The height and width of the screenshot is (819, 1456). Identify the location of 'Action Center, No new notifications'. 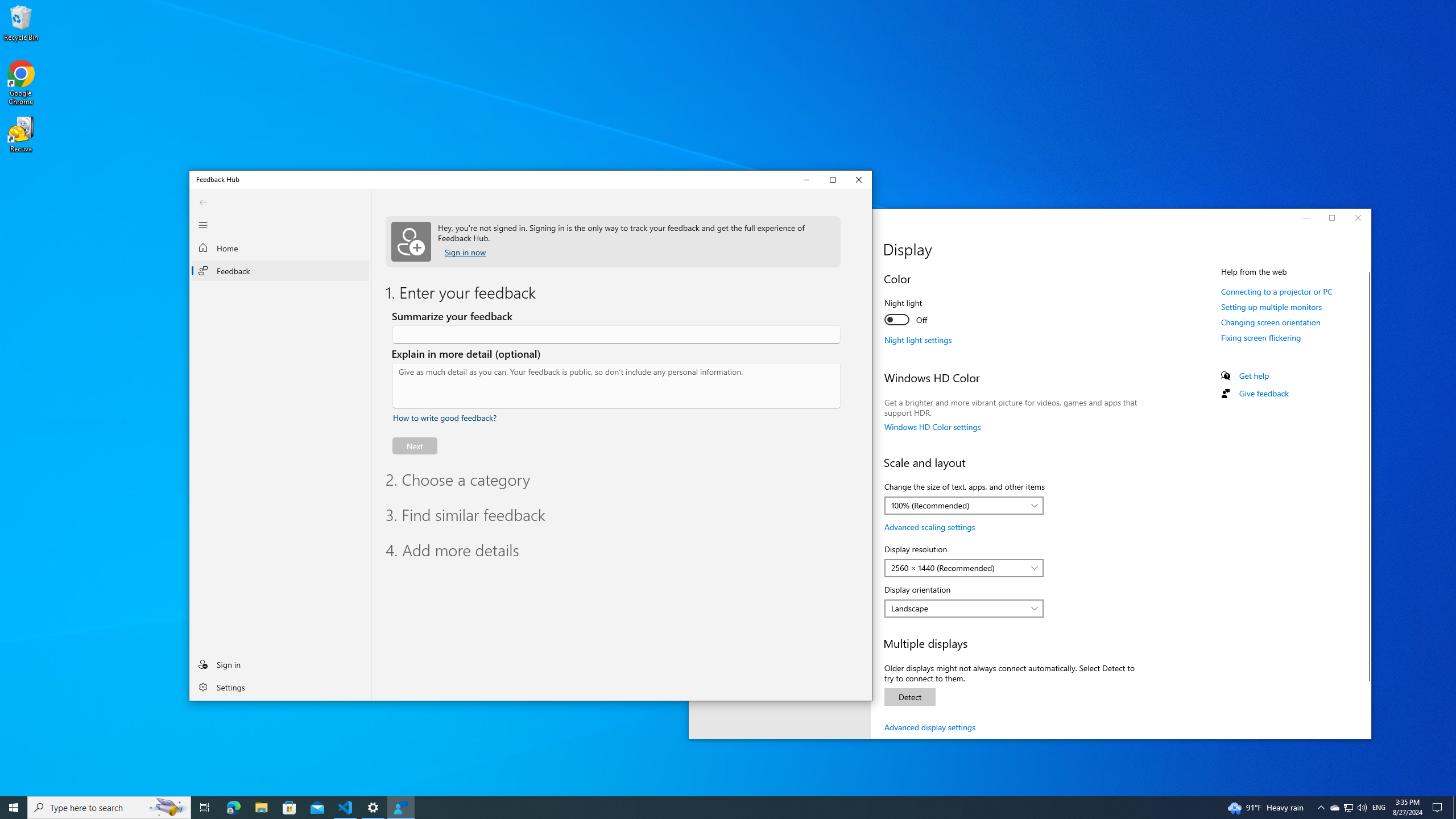
(1439, 806).